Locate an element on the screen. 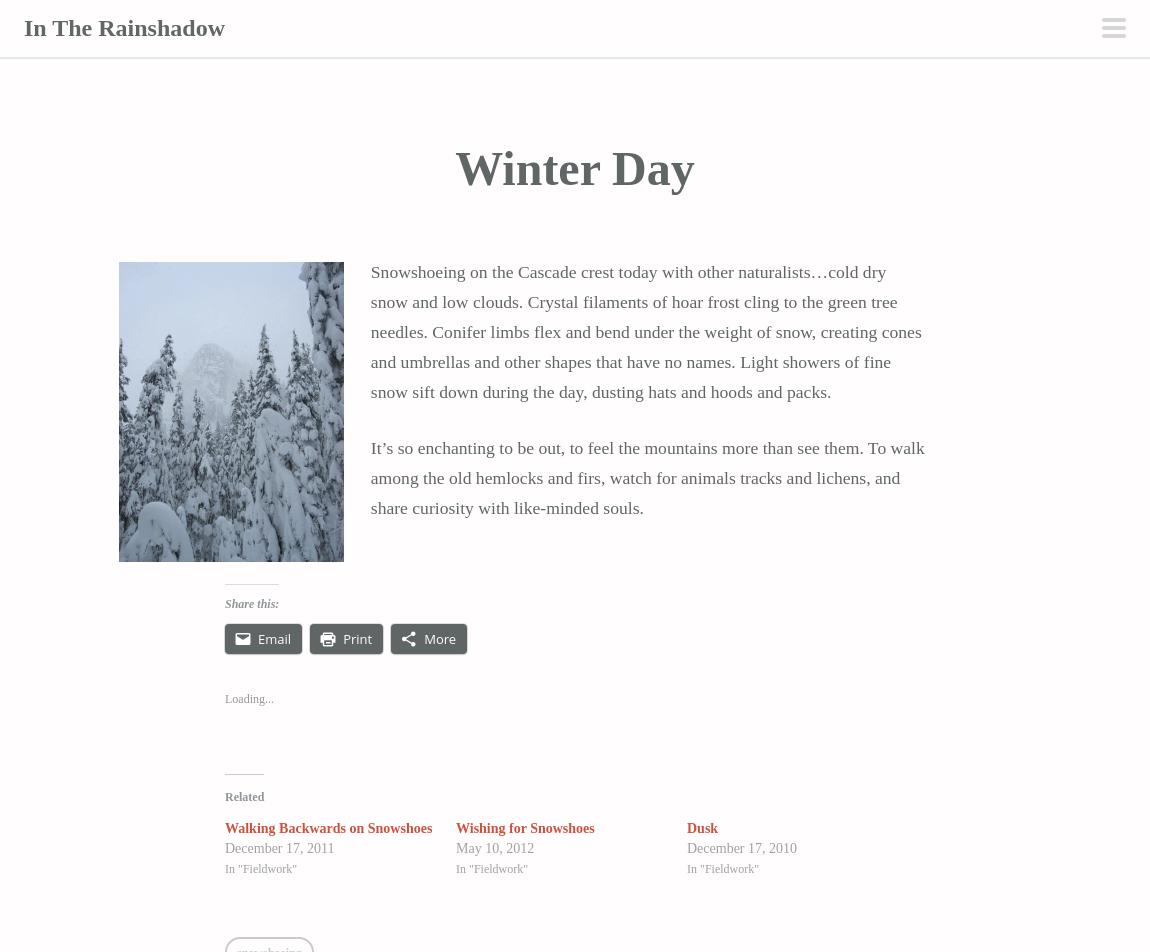 The image size is (1150, 952). 'Print' is located at coordinates (357, 638).